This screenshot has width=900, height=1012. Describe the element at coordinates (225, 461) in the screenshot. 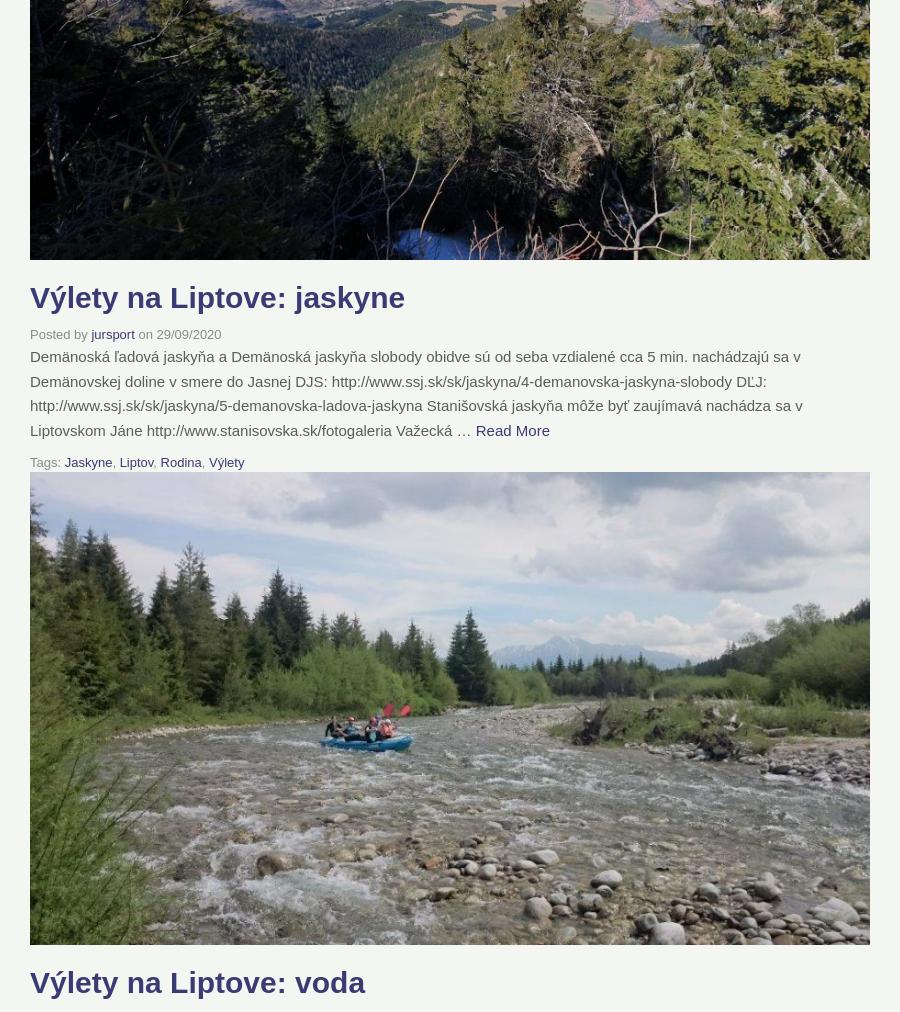

I see `'Výlety'` at that location.